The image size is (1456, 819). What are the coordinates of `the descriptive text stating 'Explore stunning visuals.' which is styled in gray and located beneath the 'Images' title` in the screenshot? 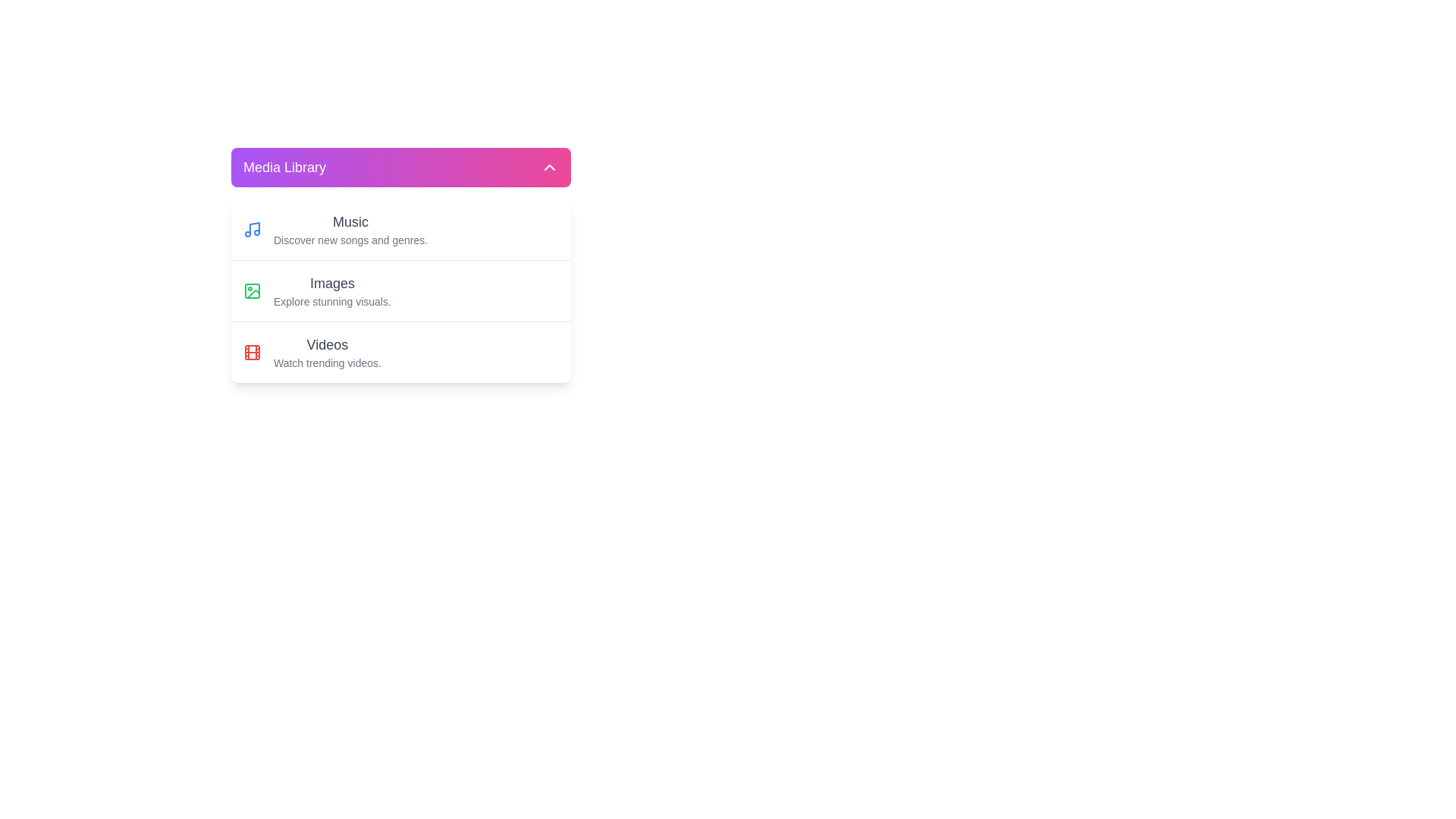 It's located at (331, 301).